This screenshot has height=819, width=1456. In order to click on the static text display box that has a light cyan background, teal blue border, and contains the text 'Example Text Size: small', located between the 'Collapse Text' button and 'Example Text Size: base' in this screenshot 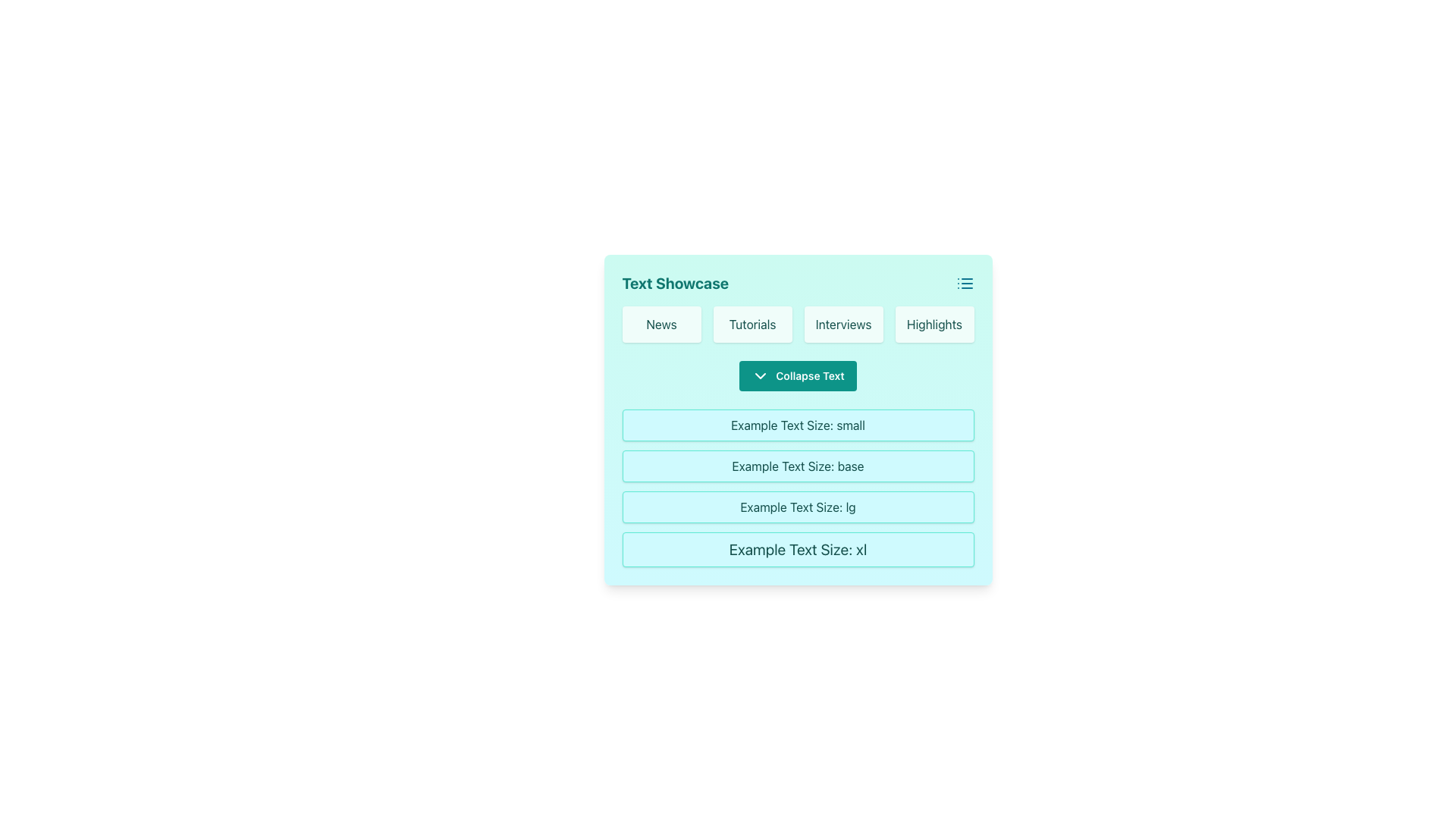, I will do `click(797, 425)`.